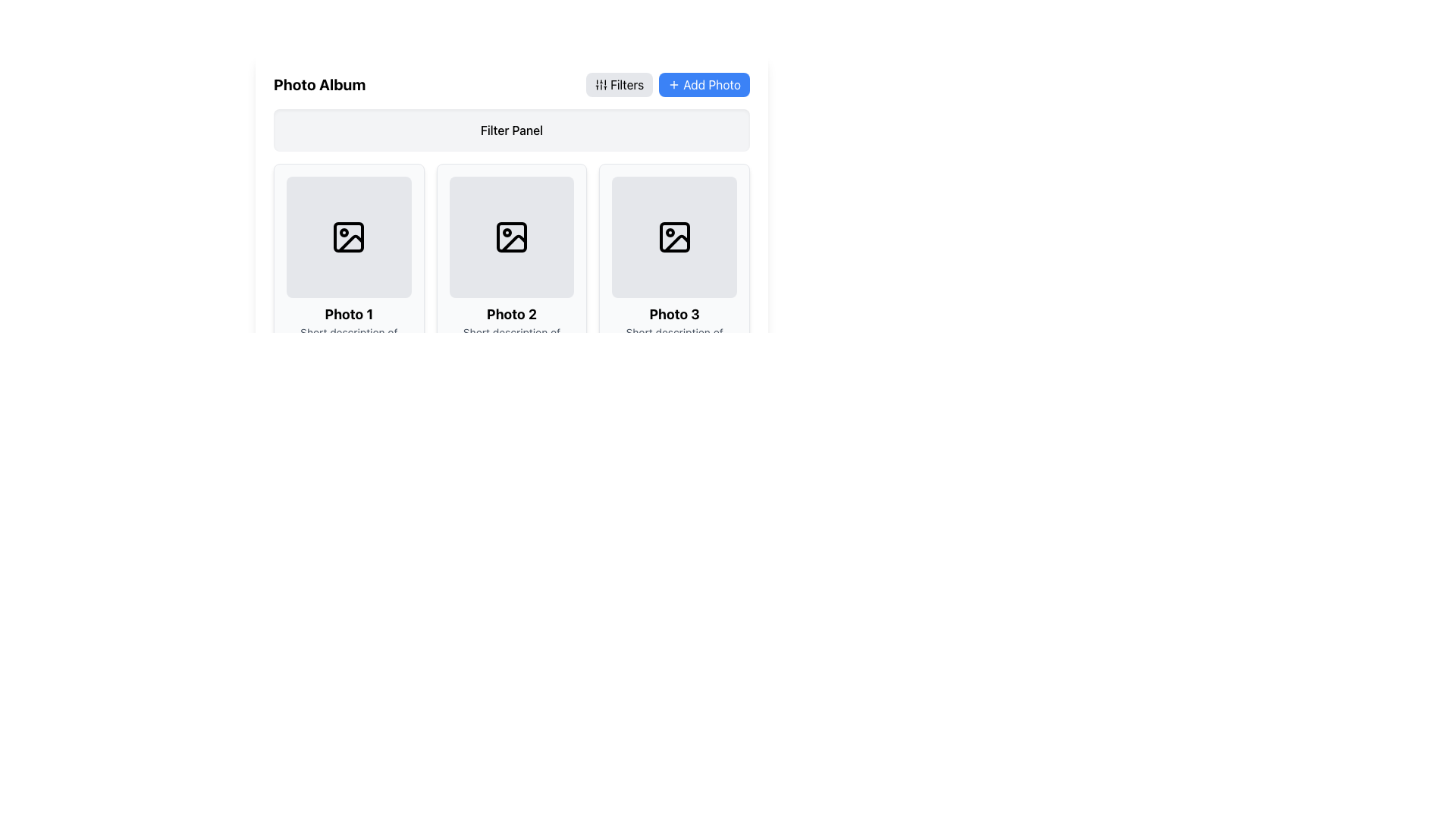  What do you see at coordinates (512, 339) in the screenshot?
I see `the static text displaying 'Short description of photo 2', which is located below the title 'Photo 2' in the photo card` at bounding box center [512, 339].